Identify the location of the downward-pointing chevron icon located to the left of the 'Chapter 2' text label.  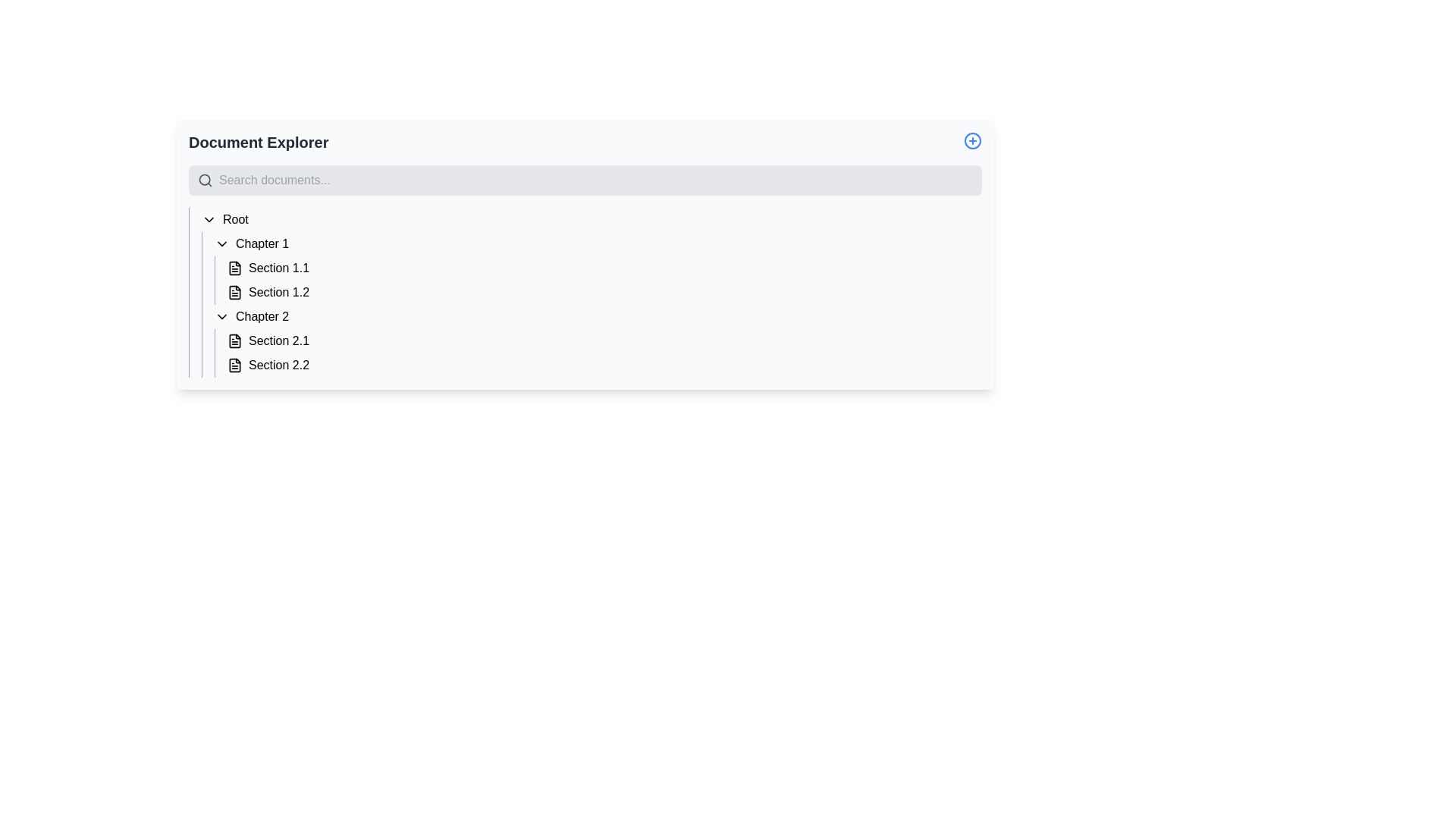
(221, 315).